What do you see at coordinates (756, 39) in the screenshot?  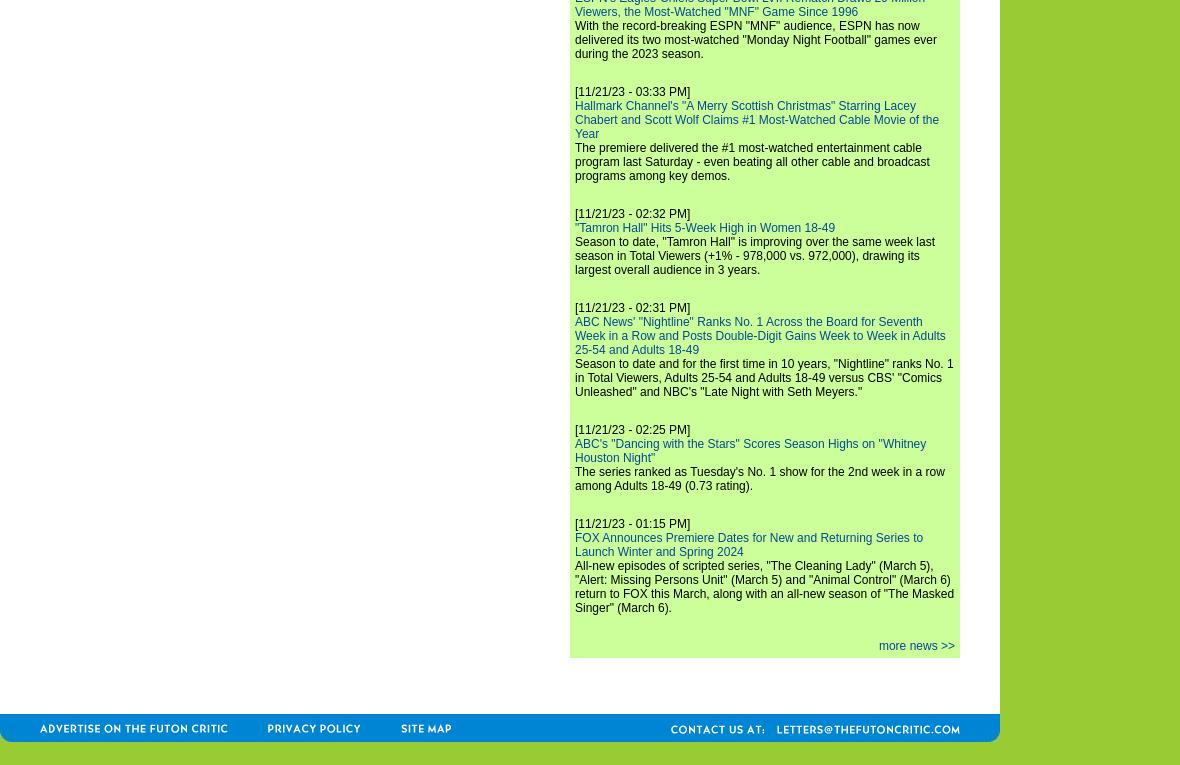 I see `'With the record-breaking ESPN "MNF" audience, ESPN has now delivered its two most-watched "Monday Night Football" games ever during the 2023 season.'` at bounding box center [756, 39].